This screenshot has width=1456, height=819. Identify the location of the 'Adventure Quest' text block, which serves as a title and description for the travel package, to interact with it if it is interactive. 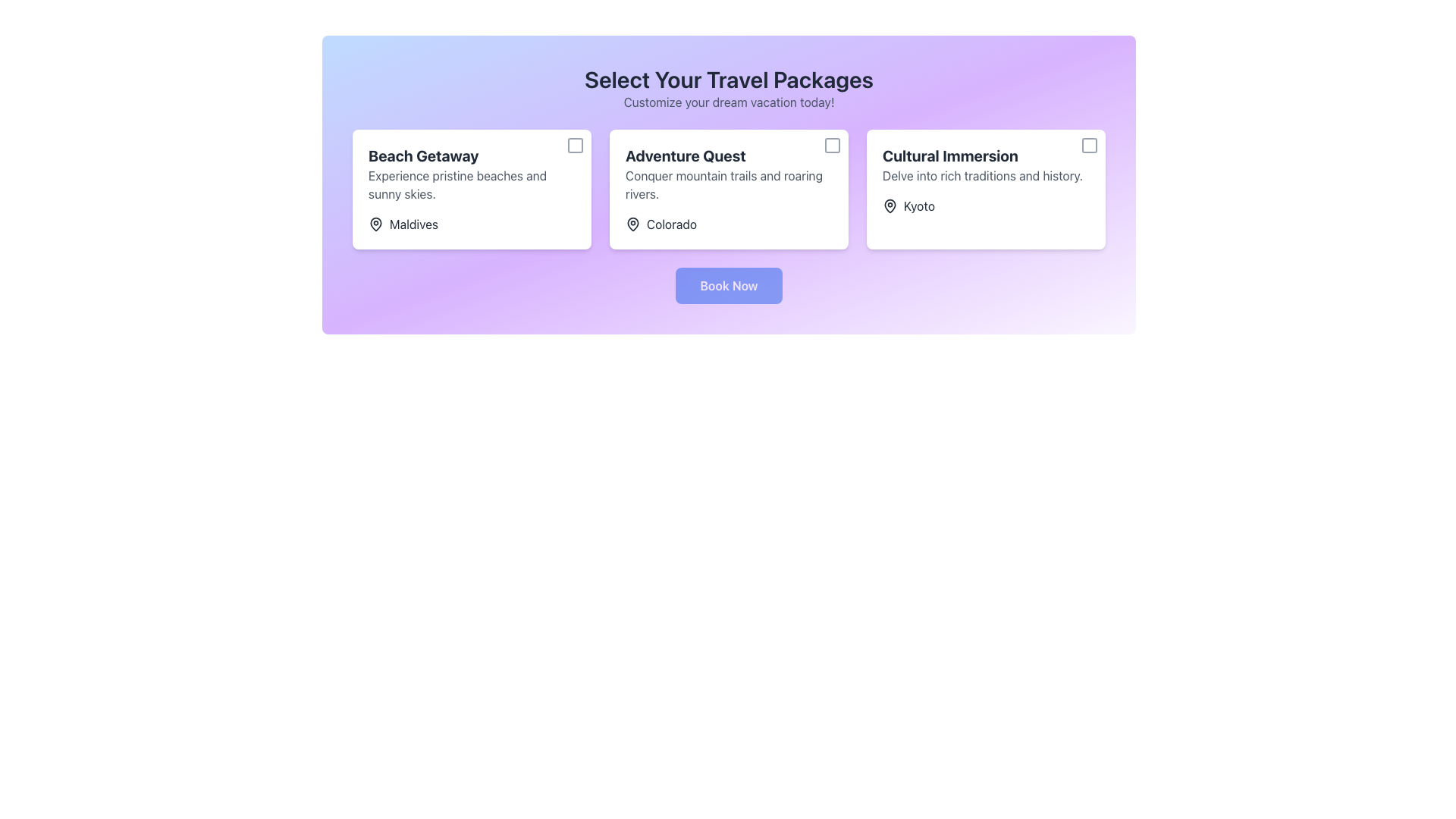
(729, 174).